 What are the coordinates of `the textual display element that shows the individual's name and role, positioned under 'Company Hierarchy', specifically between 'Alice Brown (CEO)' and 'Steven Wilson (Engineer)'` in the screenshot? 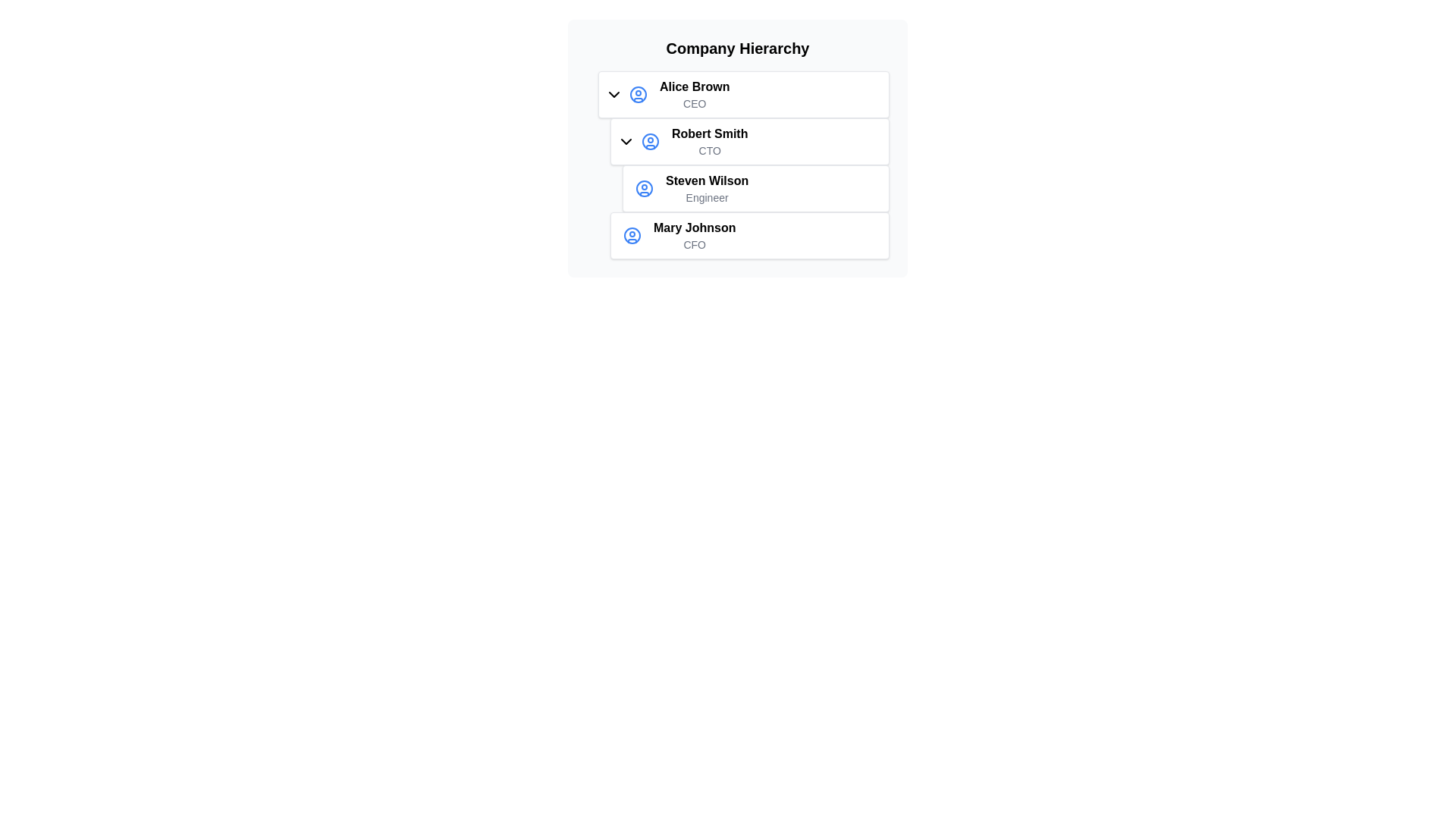 It's located at (709, 141).